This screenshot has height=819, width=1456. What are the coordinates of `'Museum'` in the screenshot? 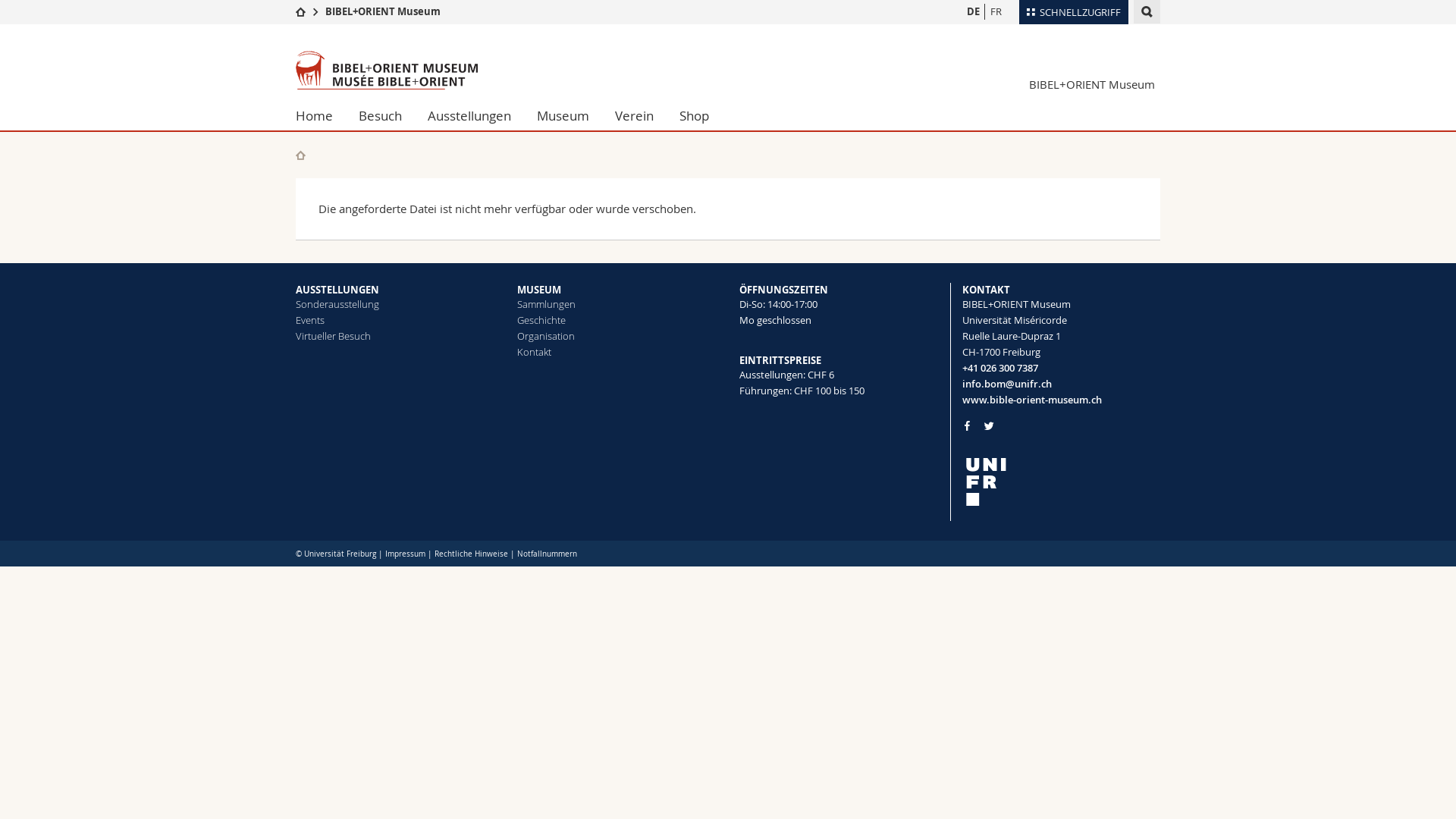 It's located at (562, 115).